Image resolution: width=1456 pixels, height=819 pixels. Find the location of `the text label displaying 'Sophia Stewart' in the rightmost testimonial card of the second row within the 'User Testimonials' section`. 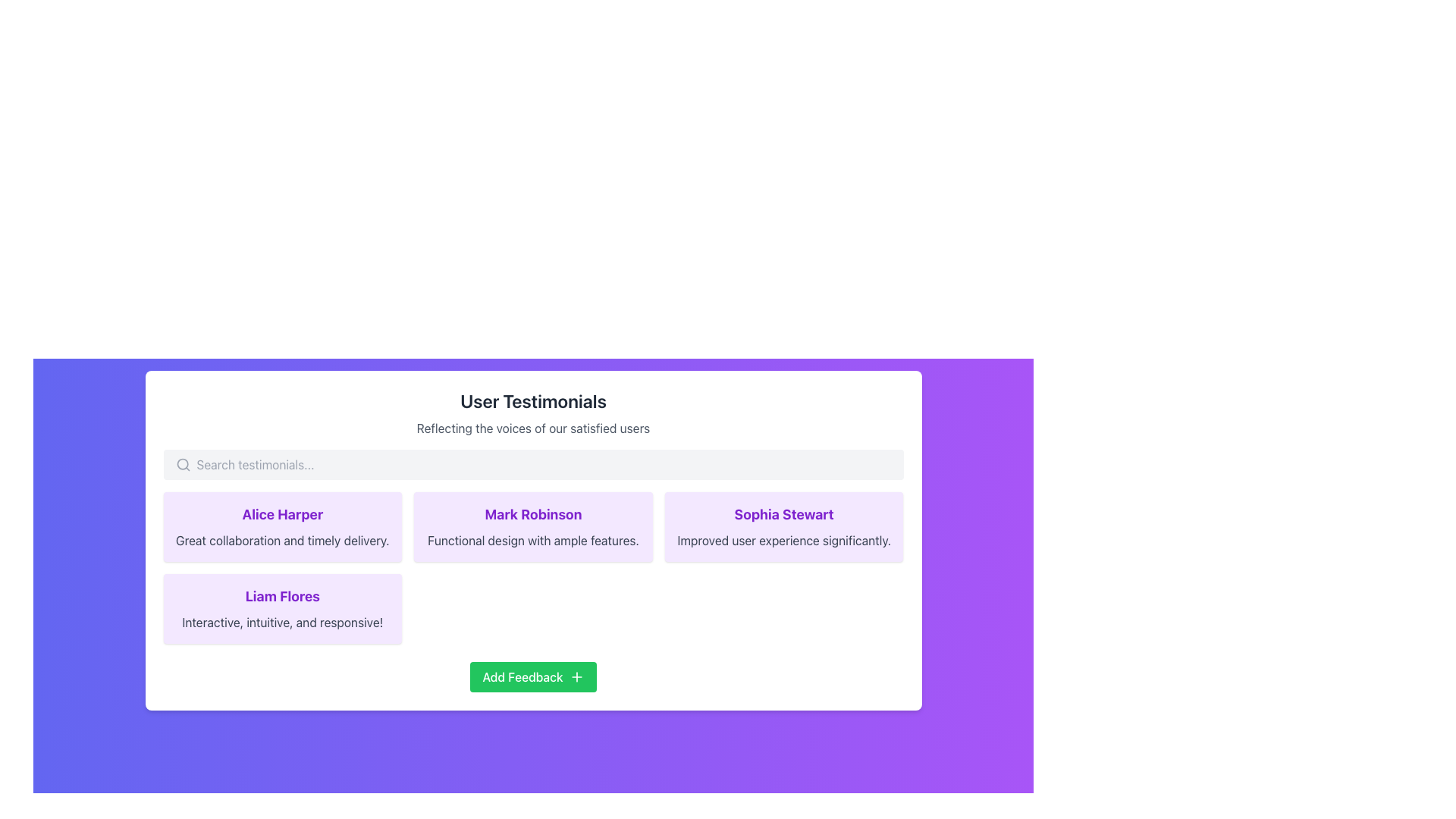

the text label displaying 'Sophia Stewart' in the rightmost testimonial card of the second row within the 'User Testimonials' section is located at coordinates (784, 513).